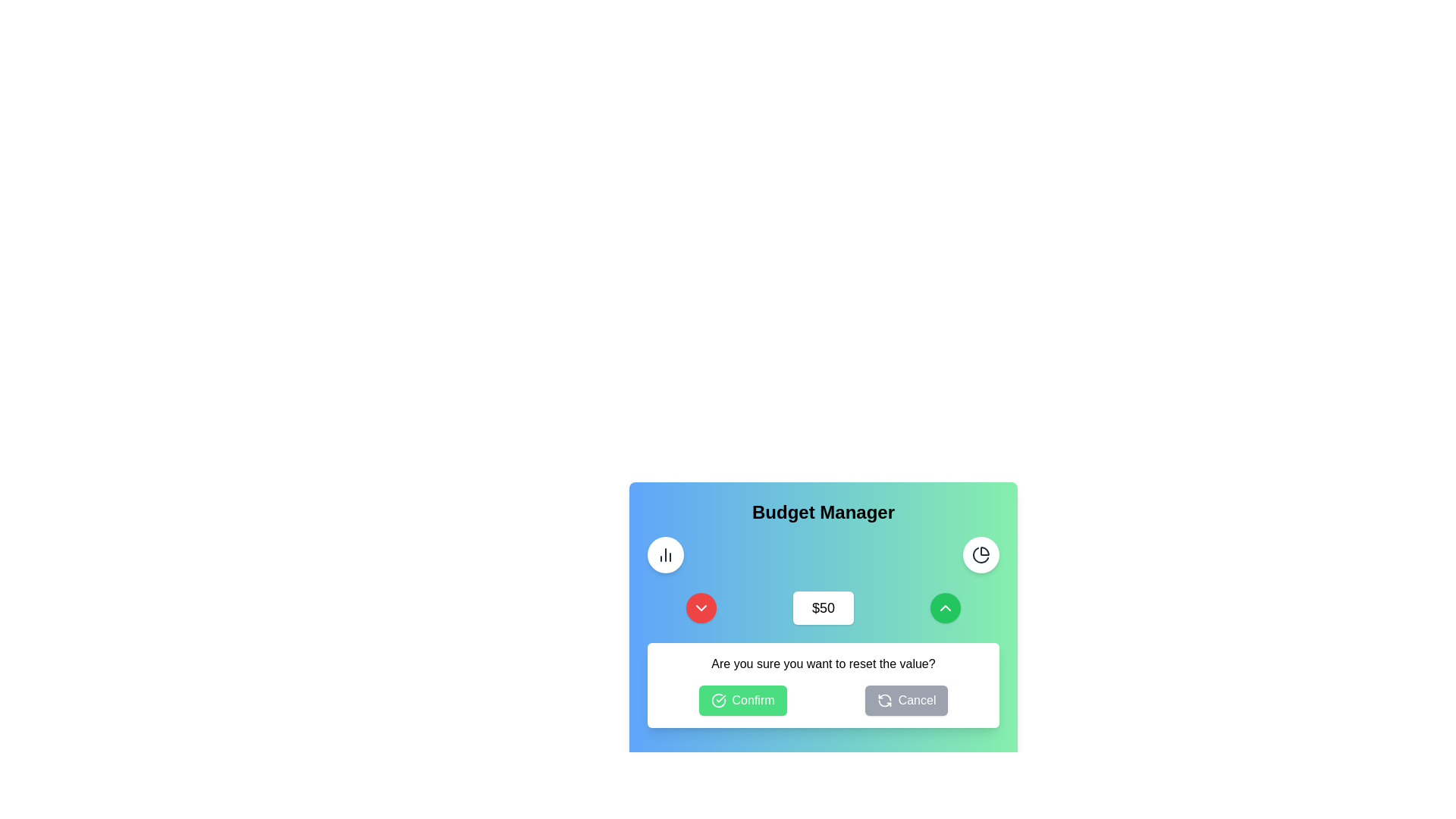 Image resolution: width=1456 pixels, height=819 pixels. What do you see at coordinates (981, 555) in the screenshot?
I see `the first circular icon beneath the 'Budget Manager' title` at bounding box center [981, 555].